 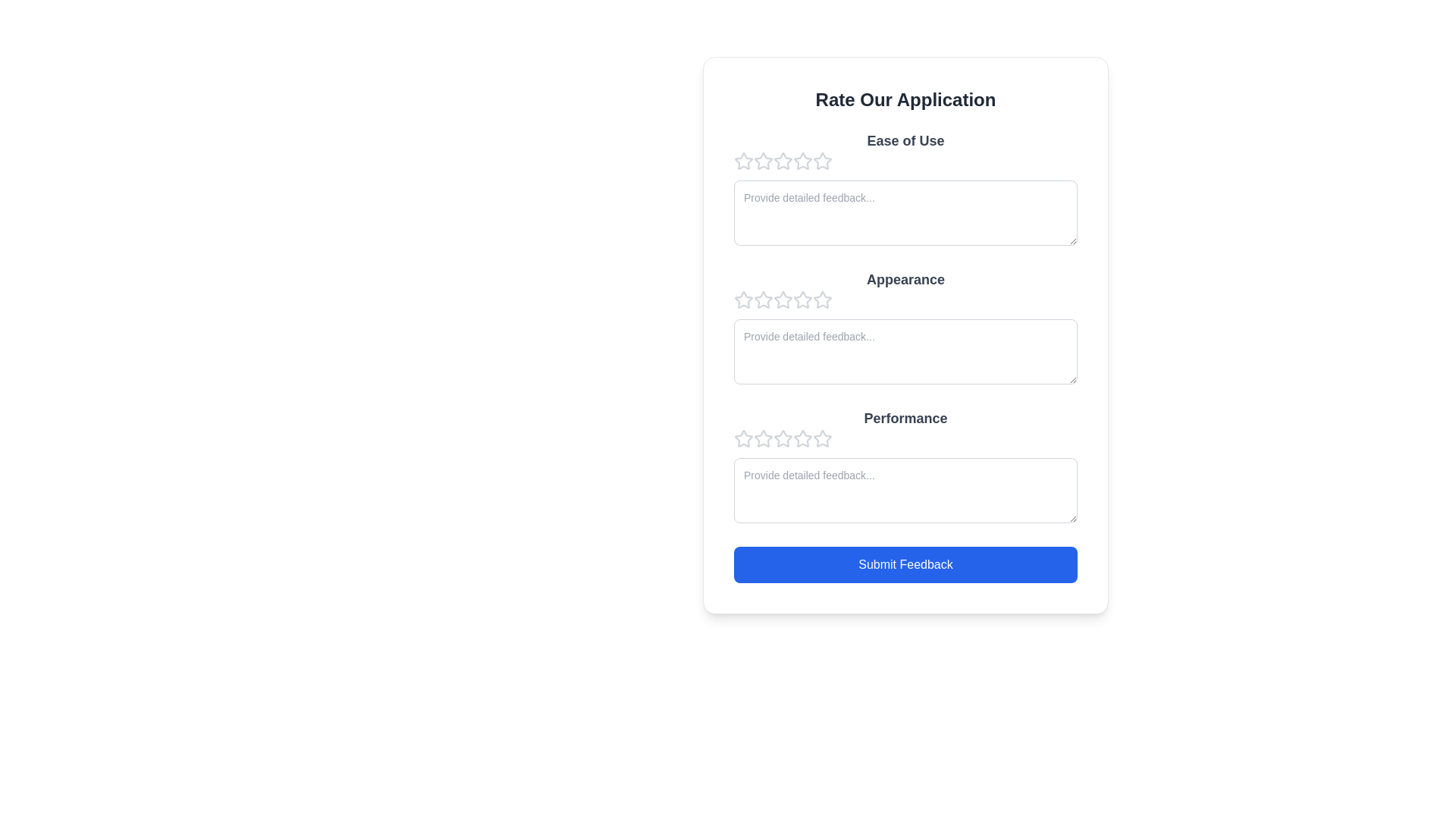 I want to click on the first star icon in the rating scale located under the 'Ease of Use' heading to enhance accessibility, so click(x=764, y=161).